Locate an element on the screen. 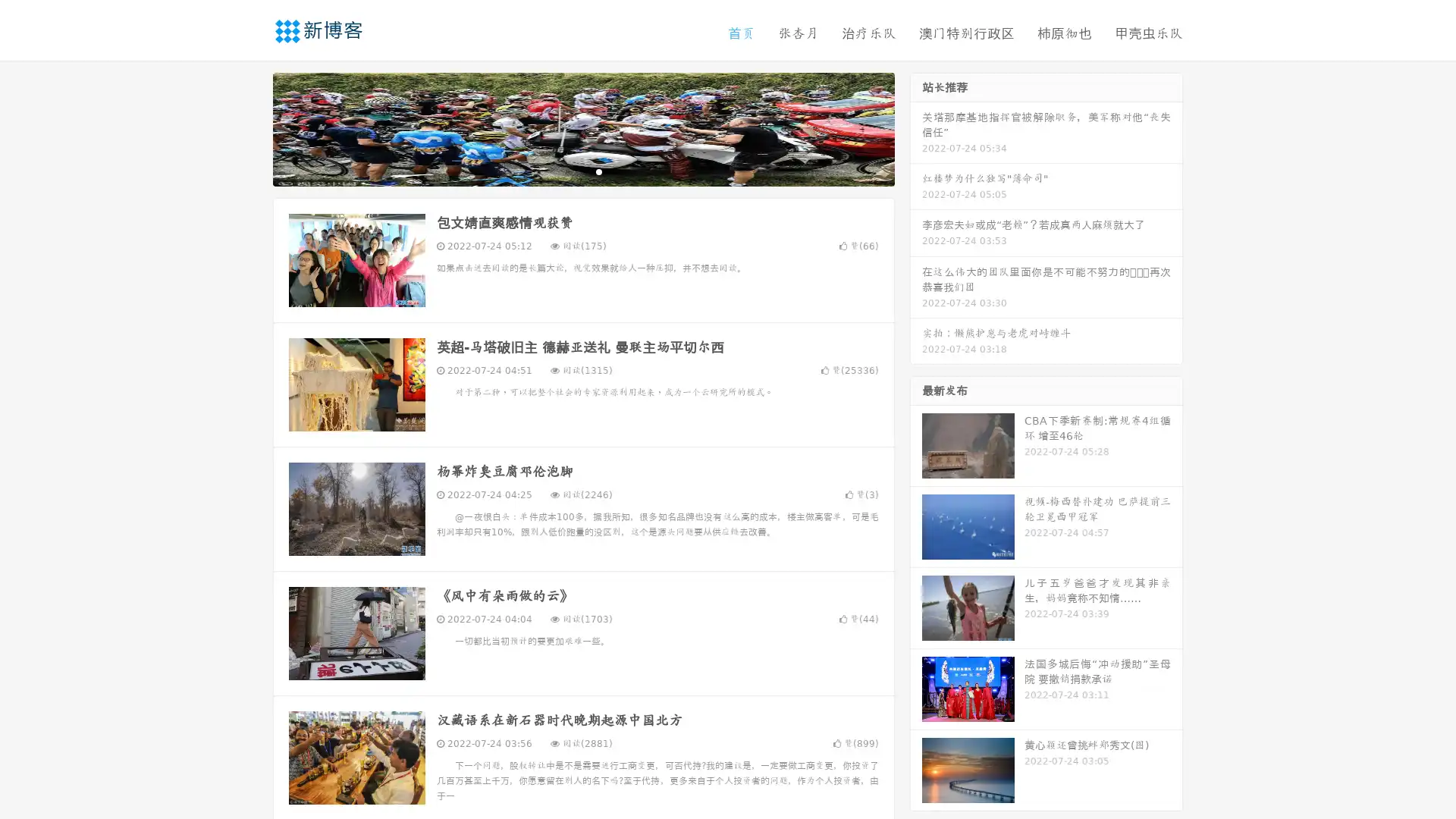 The height and width of the screenshot is (819, 1456). Next slide is located at coordinates (916, 127).